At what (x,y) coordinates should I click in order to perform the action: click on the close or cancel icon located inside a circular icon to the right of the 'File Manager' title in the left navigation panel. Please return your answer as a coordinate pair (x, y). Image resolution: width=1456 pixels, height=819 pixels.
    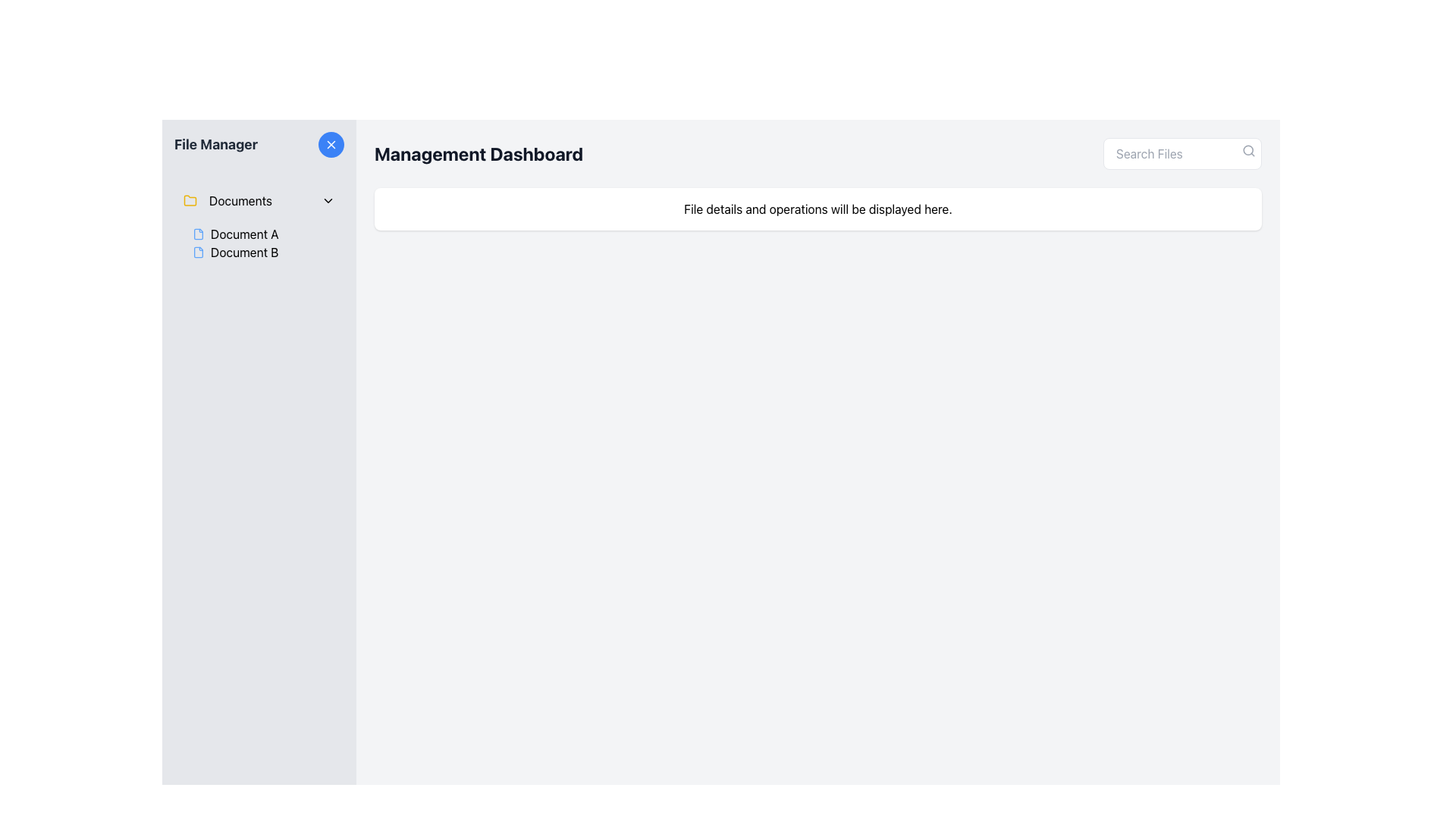
    Looking at the image, I should click on (330, 145).